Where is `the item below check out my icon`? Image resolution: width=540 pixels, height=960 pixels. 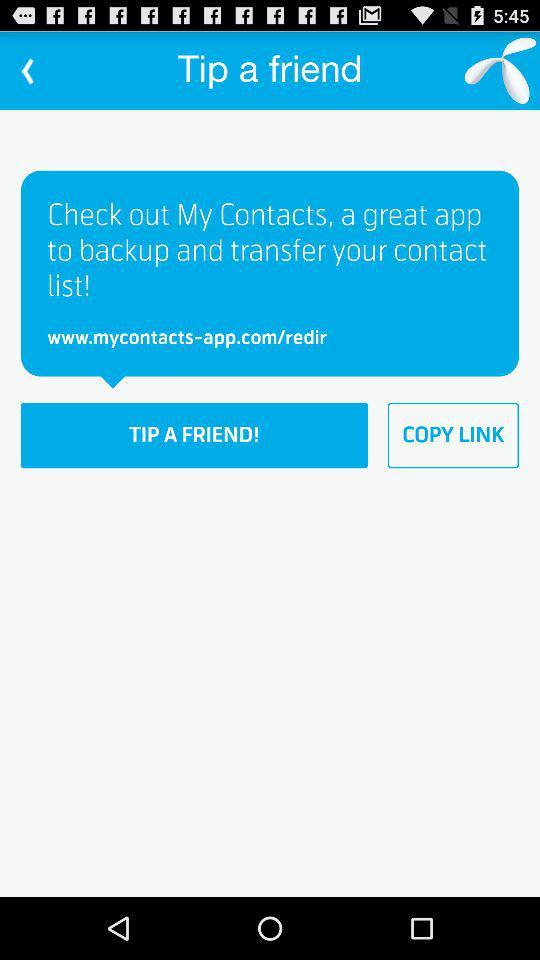
the item below check out my icon is located at coordinates (453, 435).